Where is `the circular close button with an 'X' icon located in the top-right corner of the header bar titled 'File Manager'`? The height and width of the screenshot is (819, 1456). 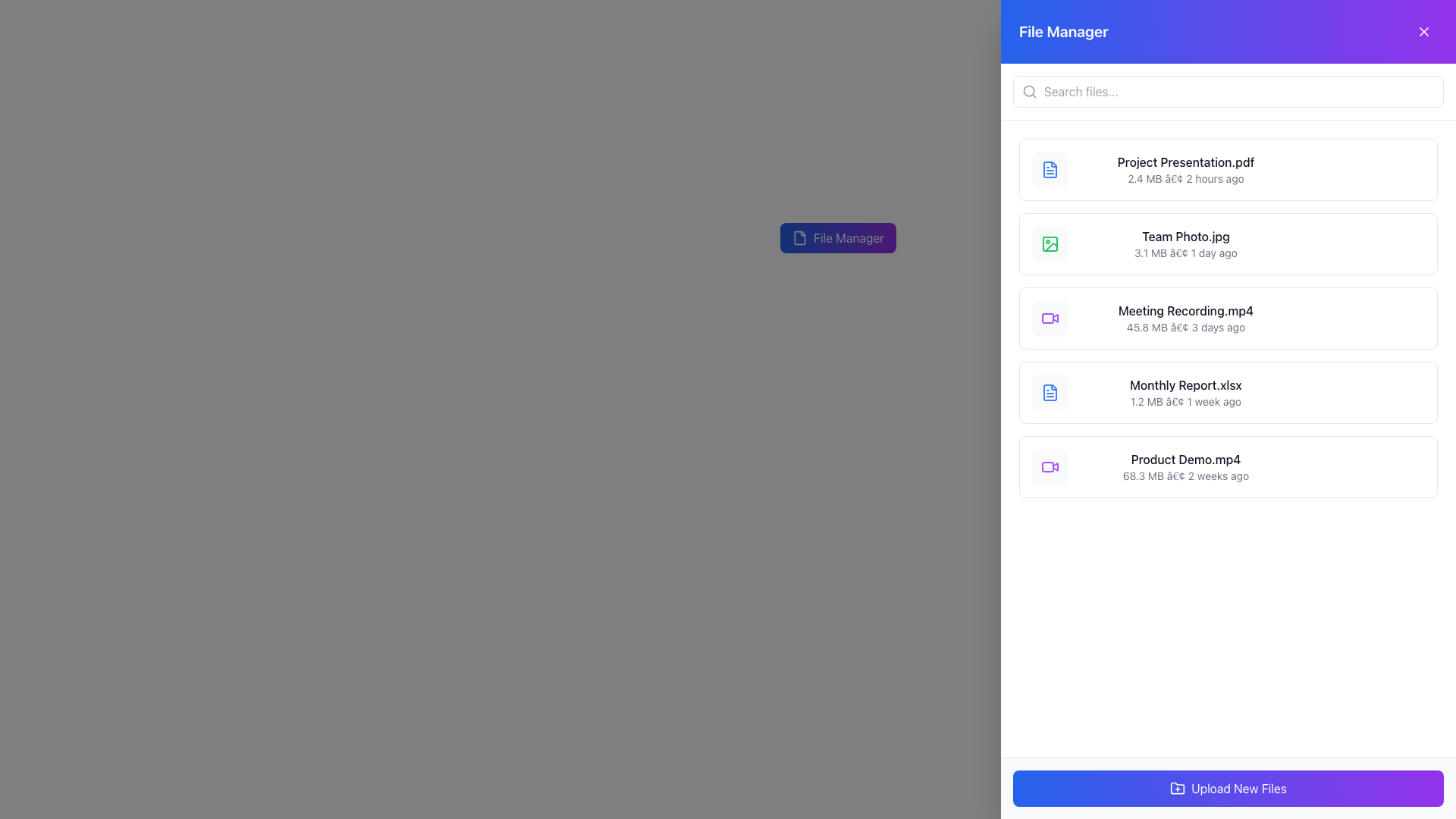 the circular close button with an 'X' icon located in the top-right corner of the header bar titled 'File Manager' is located at coordinates (1423, 32).